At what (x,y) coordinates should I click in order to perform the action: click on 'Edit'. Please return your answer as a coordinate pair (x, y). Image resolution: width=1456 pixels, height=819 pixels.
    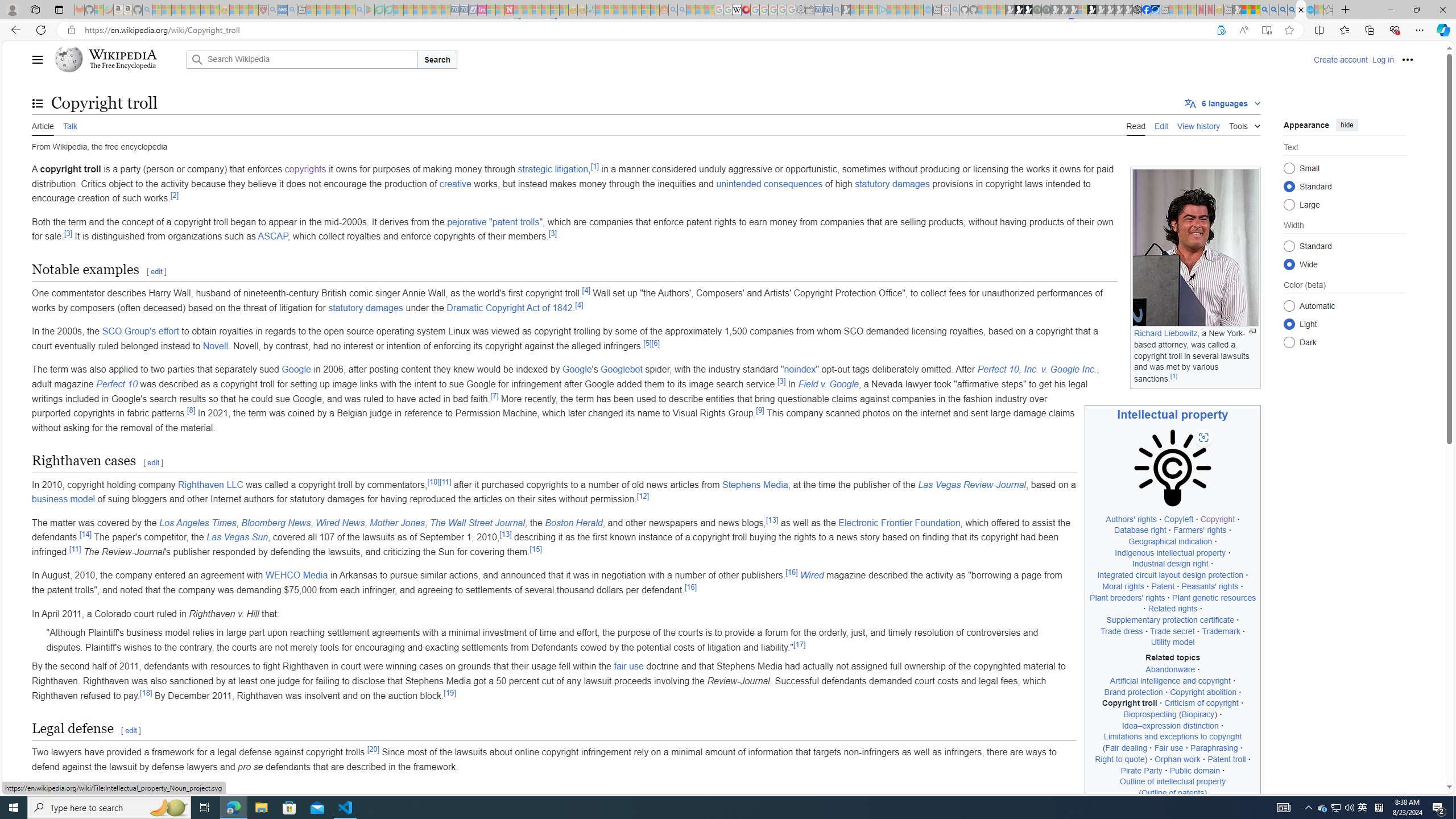
    Looking at the image, I should click on (1161, 125).